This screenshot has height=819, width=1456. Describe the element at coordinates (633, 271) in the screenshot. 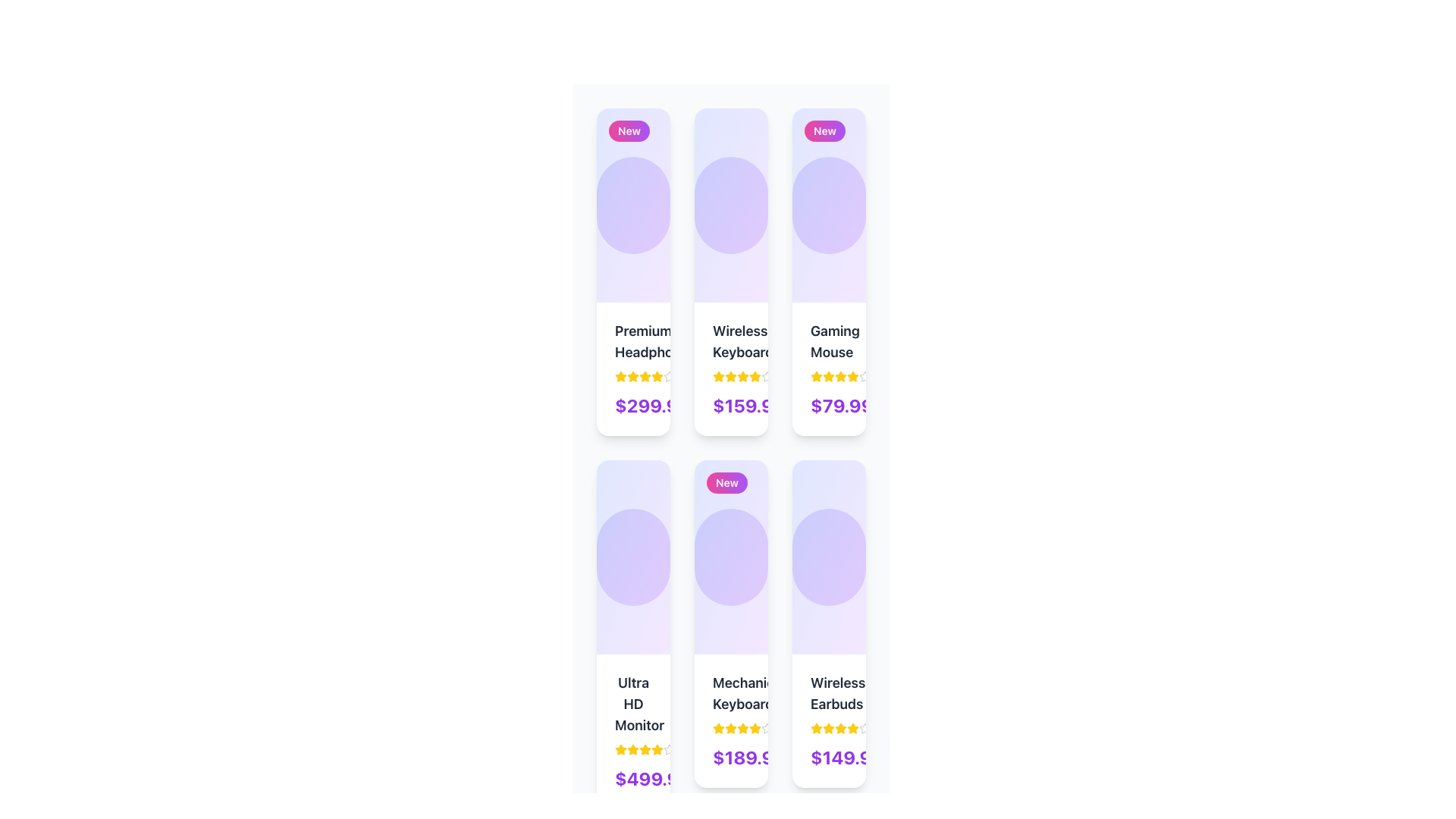

I see `the 'Premium Headphones' product card located` at that location.